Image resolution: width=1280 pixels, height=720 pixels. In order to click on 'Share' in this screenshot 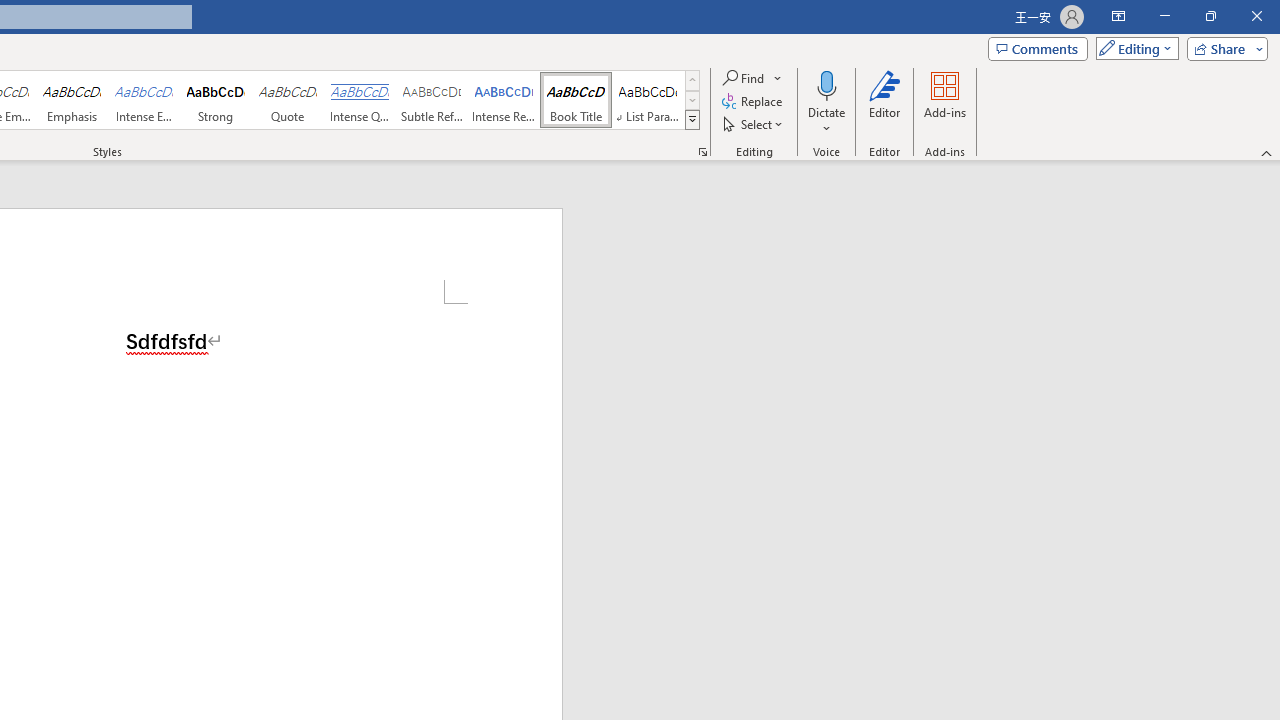, I will do `click(1222, 47)`.